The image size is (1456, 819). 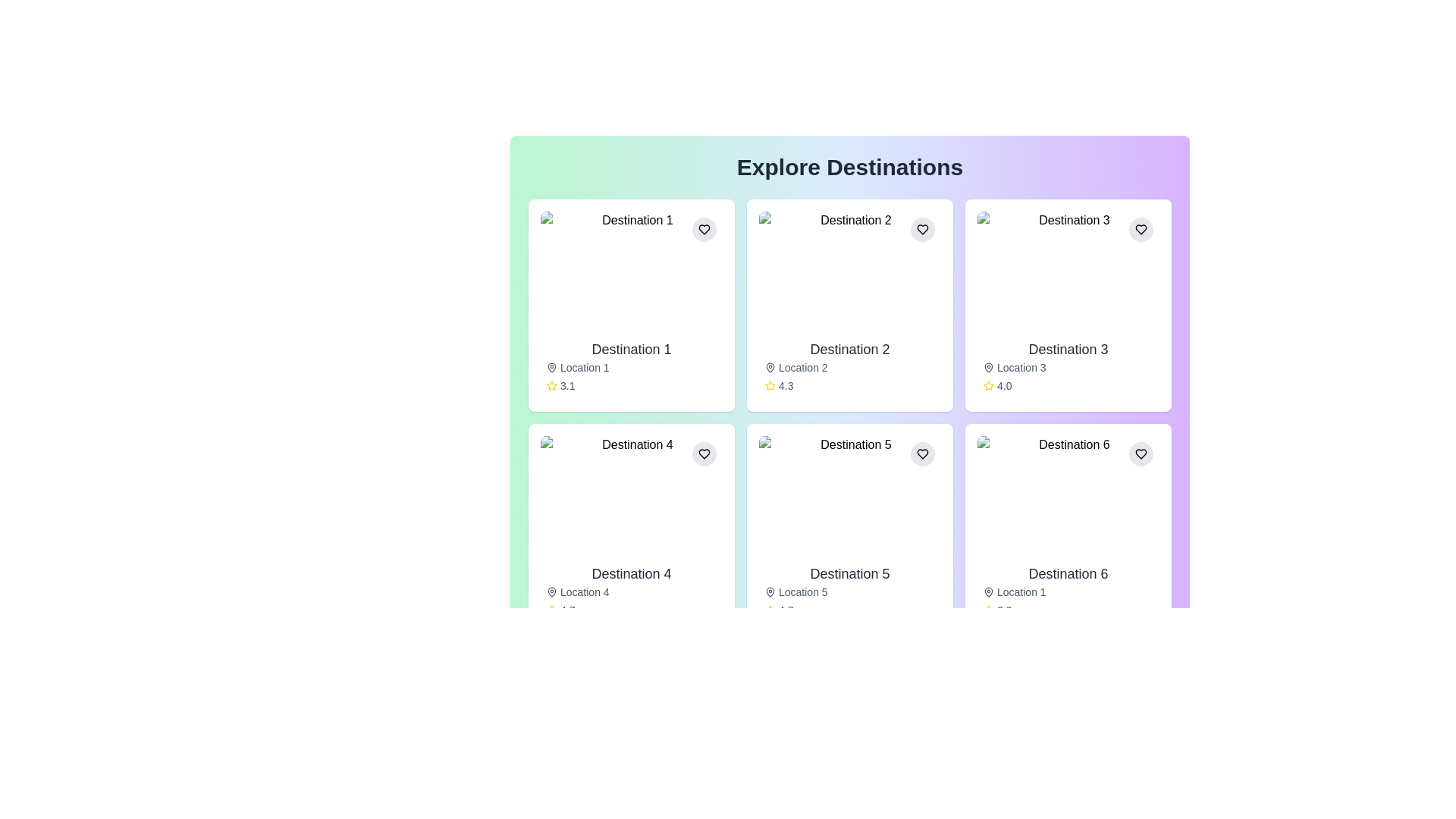 What do you see at coordinates (770, 590) in the screenshot?
I see `the map pin icon located in the lower left corner of the card 'Destination 5', beneath the title 'Location 5'` at bounding box center [770, 590].